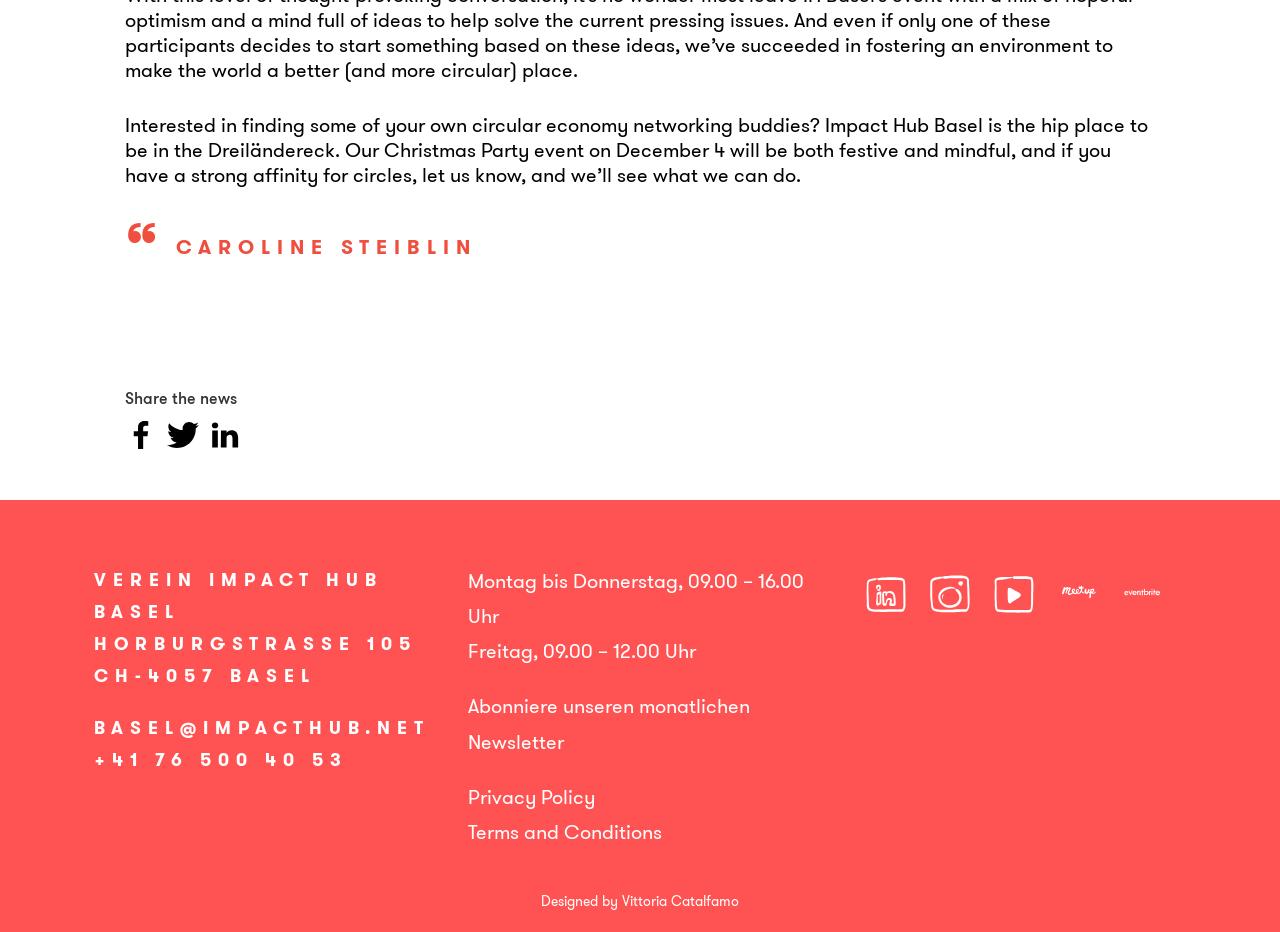 This screenshot has width=1280, height=932. Describe the element at coordinates (261, 726) in the screenshot. I see `'basel@impacthub.net'` at that location.